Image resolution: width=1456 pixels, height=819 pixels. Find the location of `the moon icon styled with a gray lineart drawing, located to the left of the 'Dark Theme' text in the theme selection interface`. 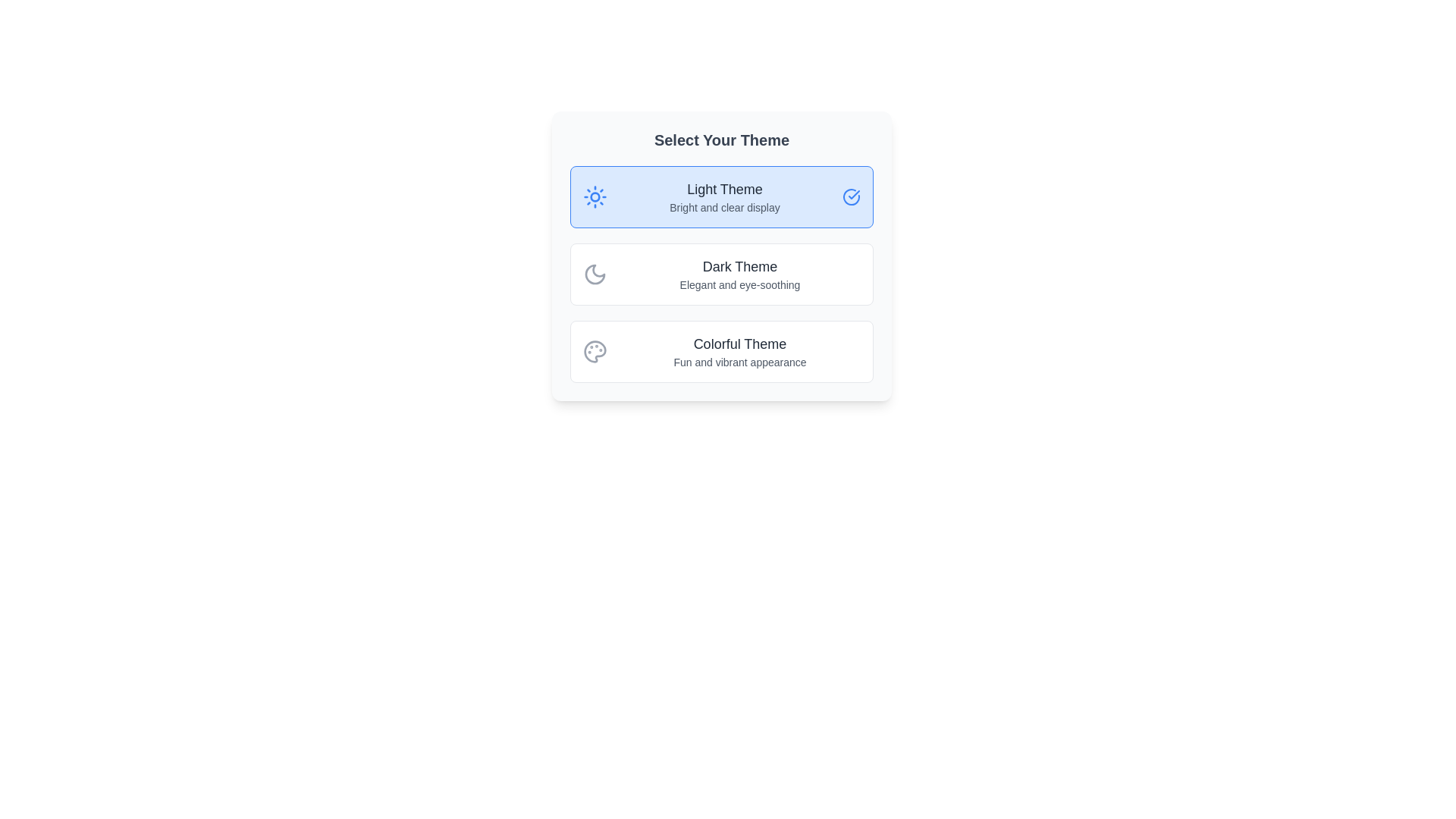

the moon icon styled with a gray lineart drawing, located to the left of the 'Dark Theme' text in the theme selection interface is located at coordinates (595, 275).